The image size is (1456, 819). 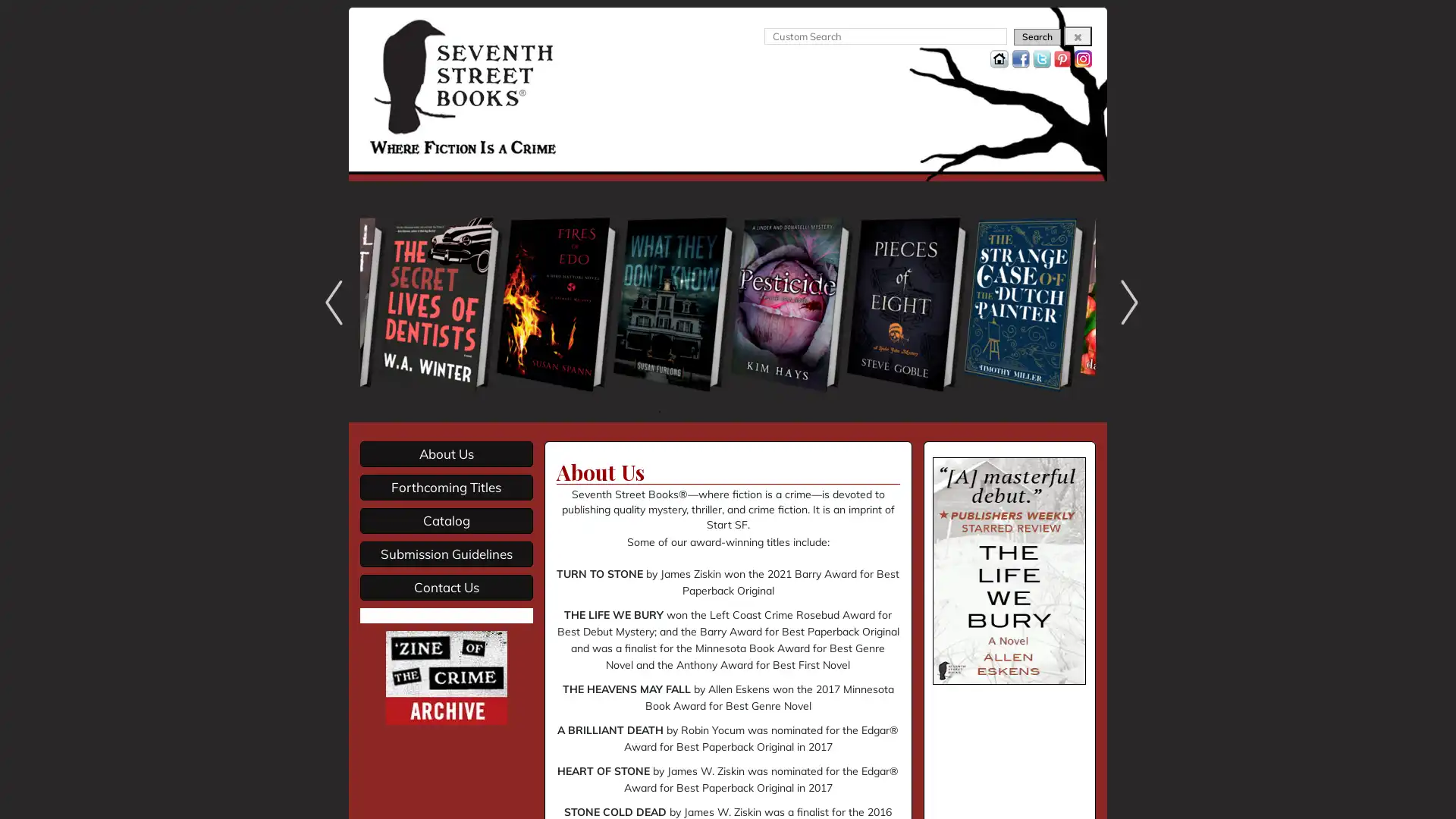 What do you see at coordinates (1125, 302) in the screenshot?
I see `Next` at bounding box center [1125, 302].